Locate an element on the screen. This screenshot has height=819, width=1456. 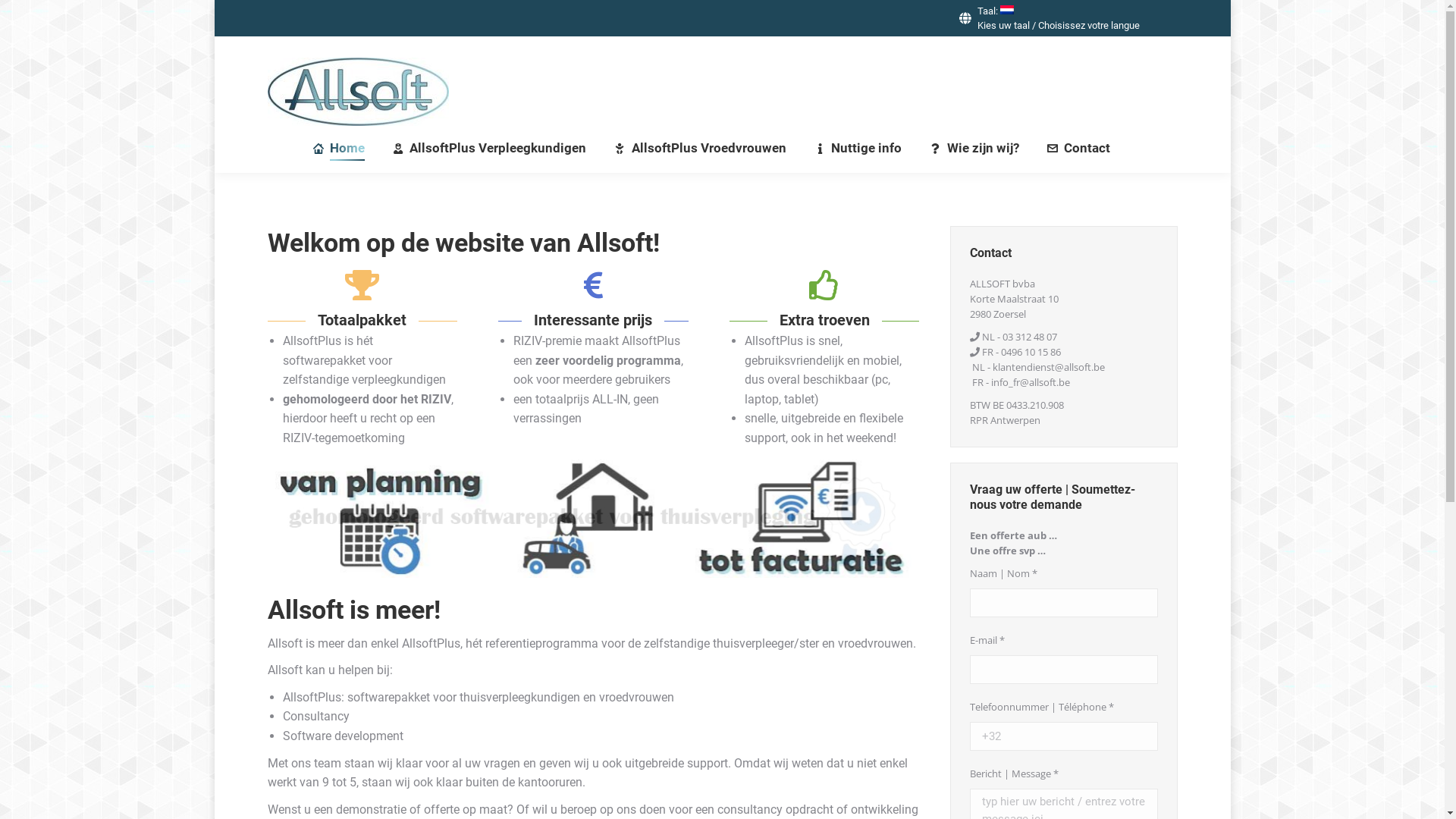
'NL - klantendienst@allsoft.be' is located at coordinates (1037, 366).